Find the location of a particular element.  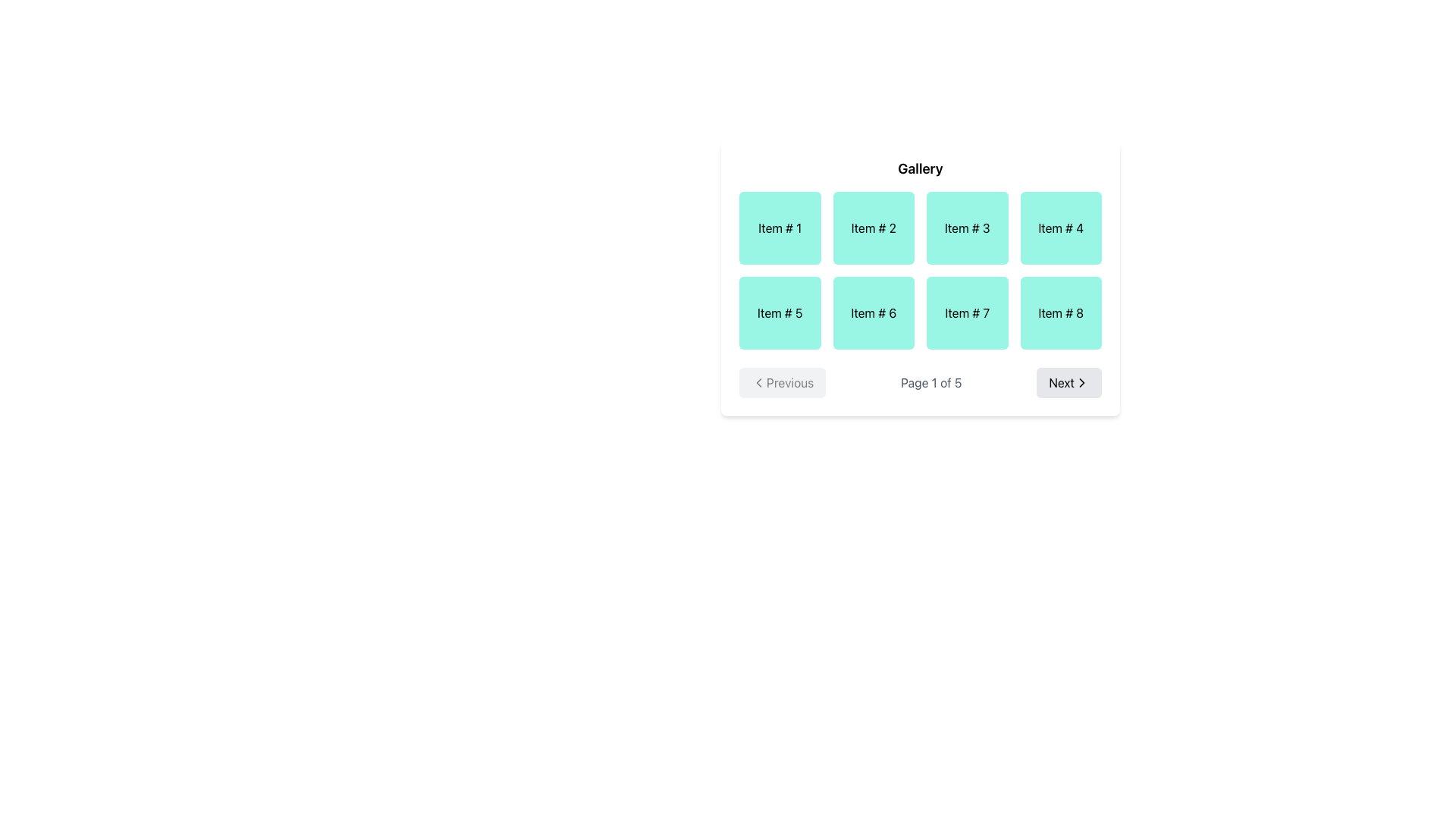

the Label displaying 'Item # 8' in the second row, fourth column of the grid layout, which has a dark font on a teal background is located at coordinates (1060, 312).